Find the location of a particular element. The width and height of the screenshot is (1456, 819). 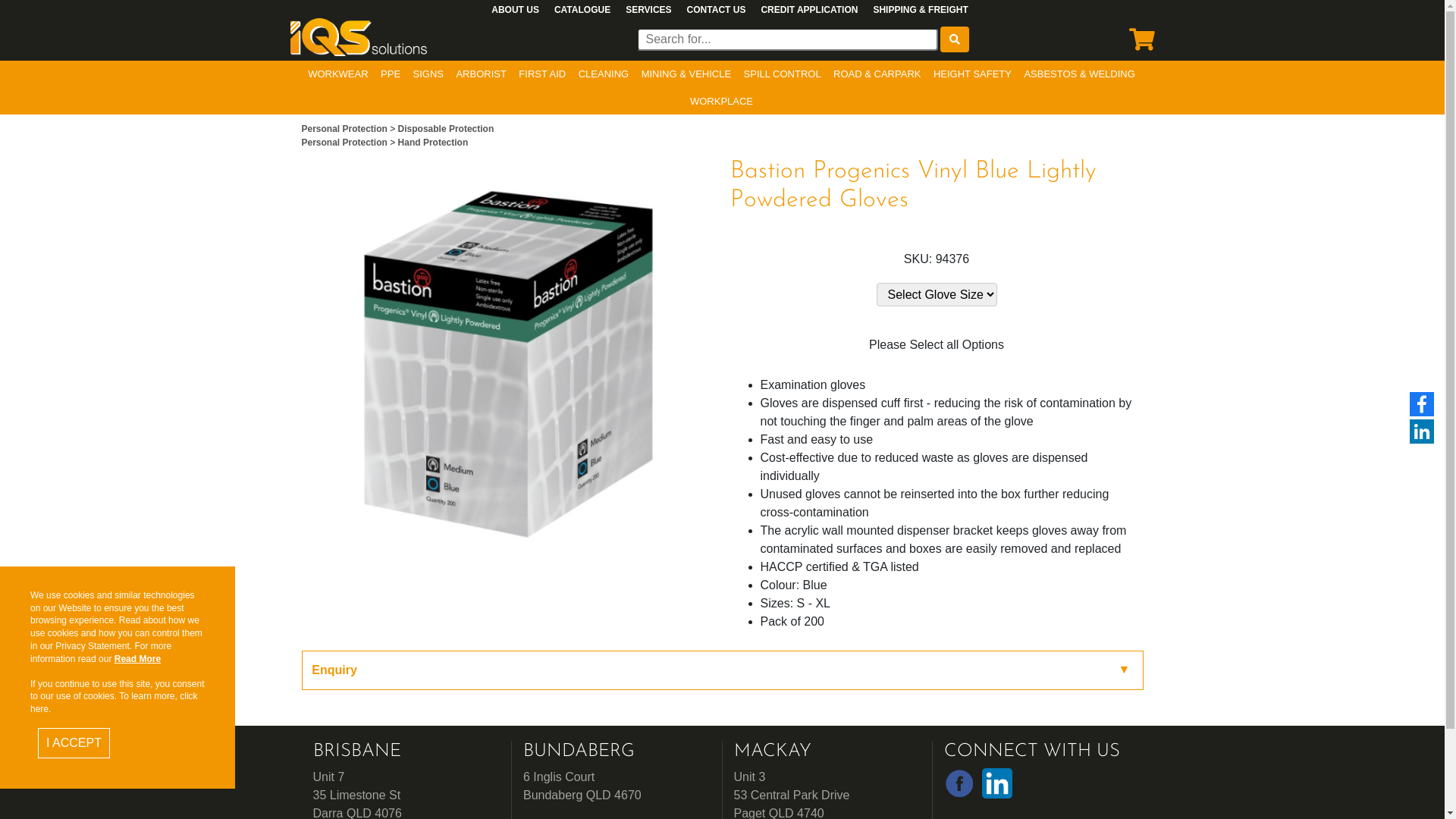

'Hand Protection' is located at coordinates (432, 143).